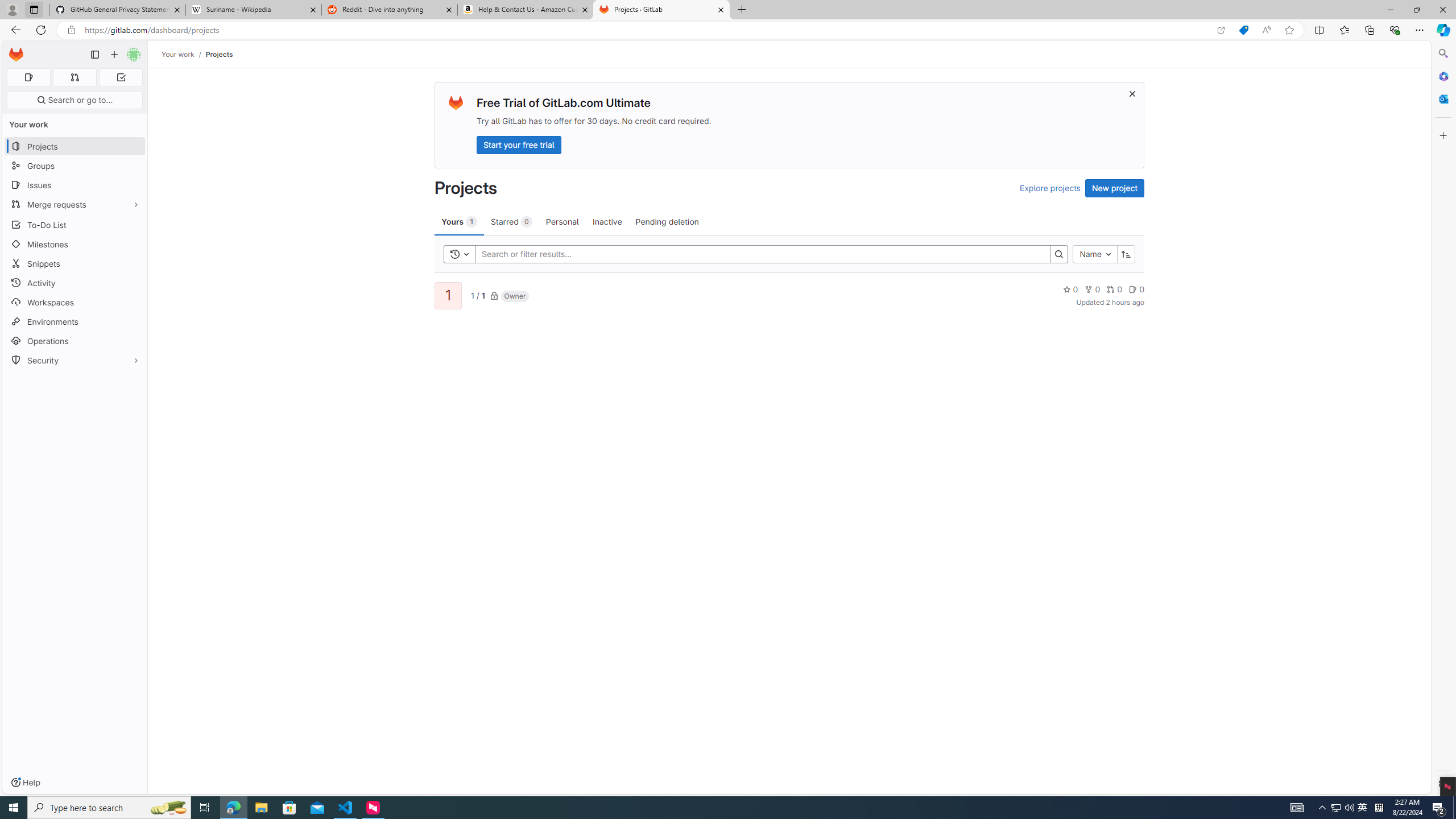 This screenshot has width=1456, height=819. I want to click on 'Primary navigation sidebar', so click(94, 54).